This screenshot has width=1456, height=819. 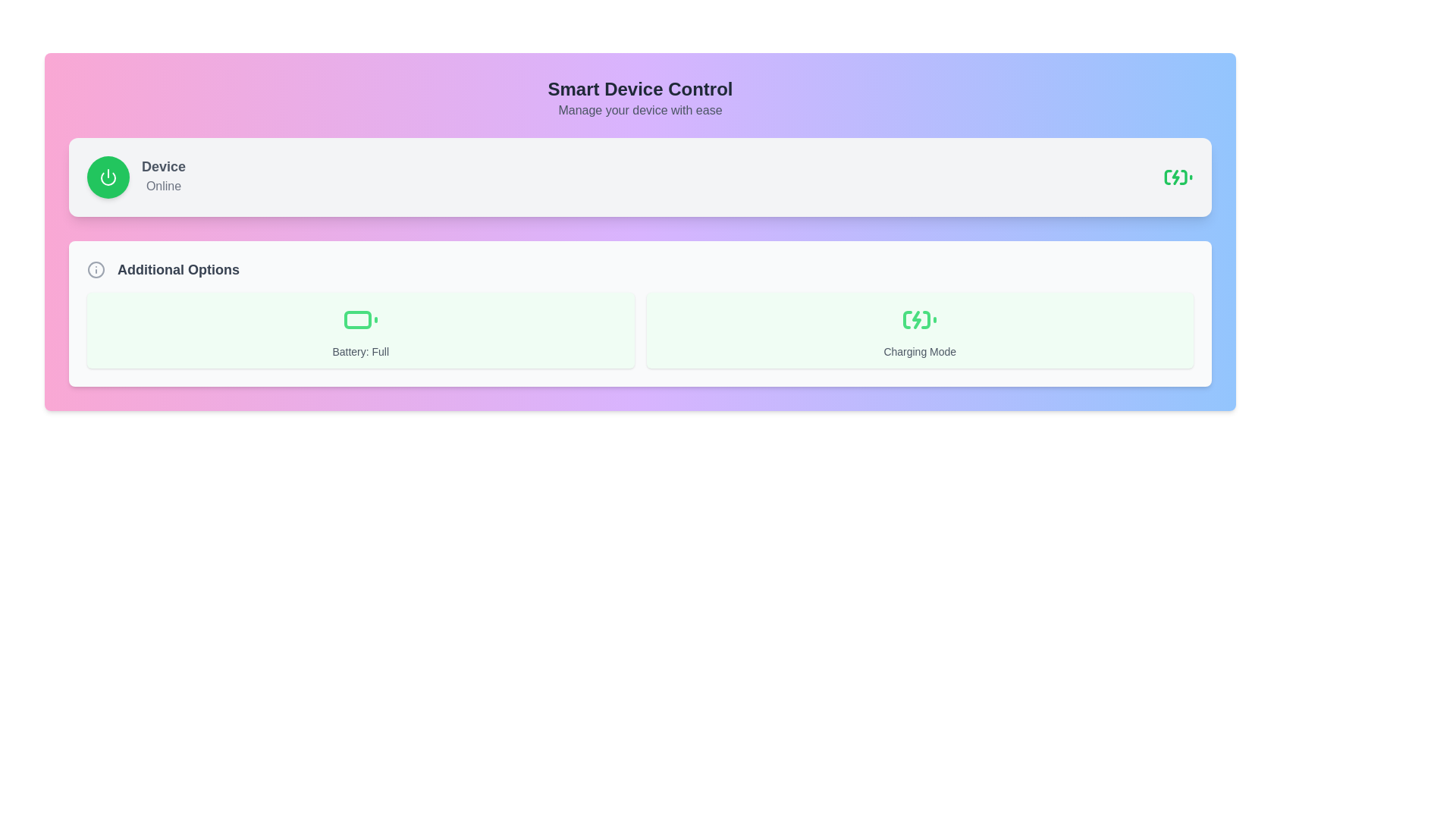 I want to click on informative text positioned centrally at the top of the interface, serving as a subtitle to 'Smart Device Control', so click(x=640, y=110).